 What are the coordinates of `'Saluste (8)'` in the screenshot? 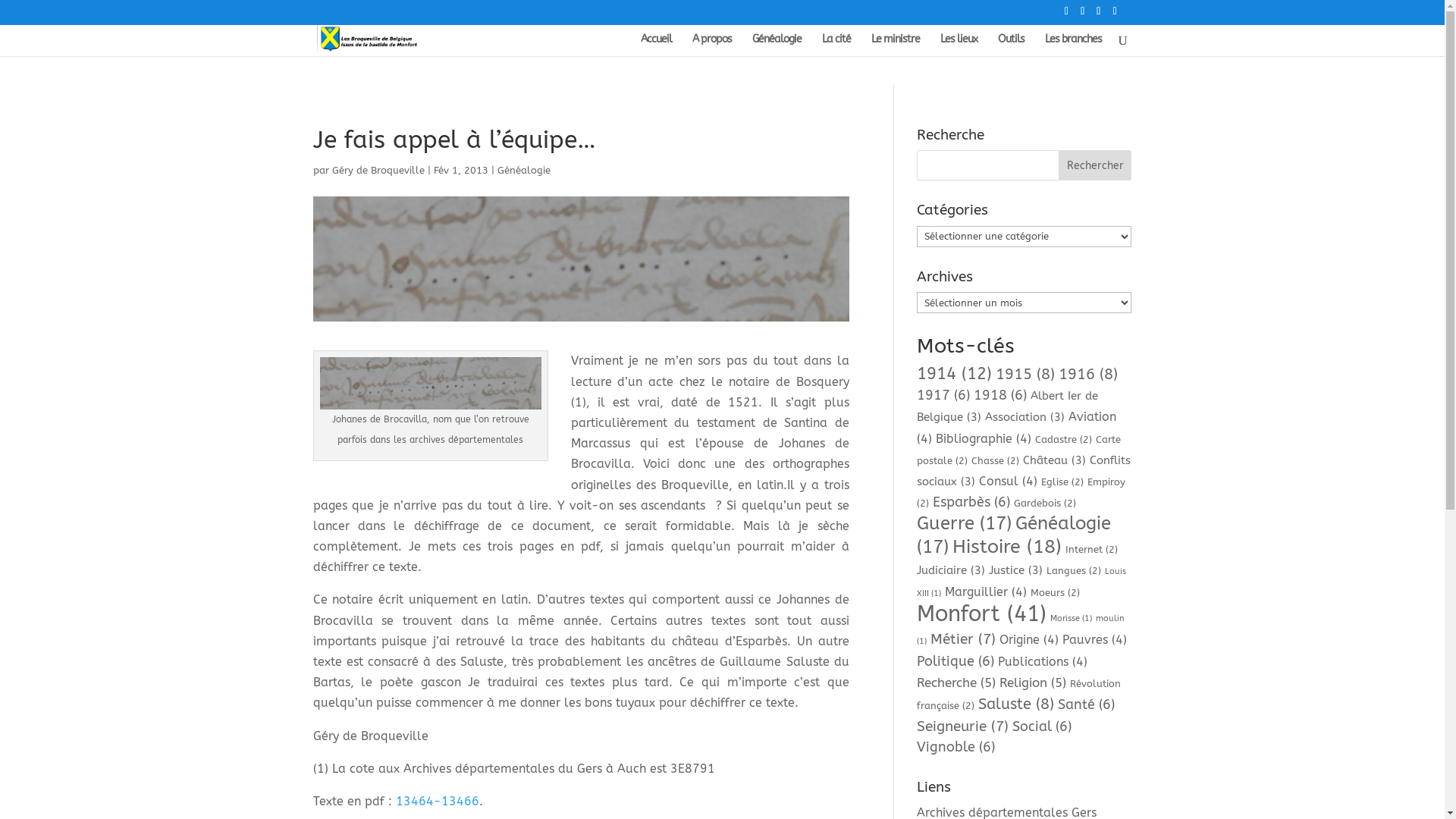 It's located at (1015, 704).